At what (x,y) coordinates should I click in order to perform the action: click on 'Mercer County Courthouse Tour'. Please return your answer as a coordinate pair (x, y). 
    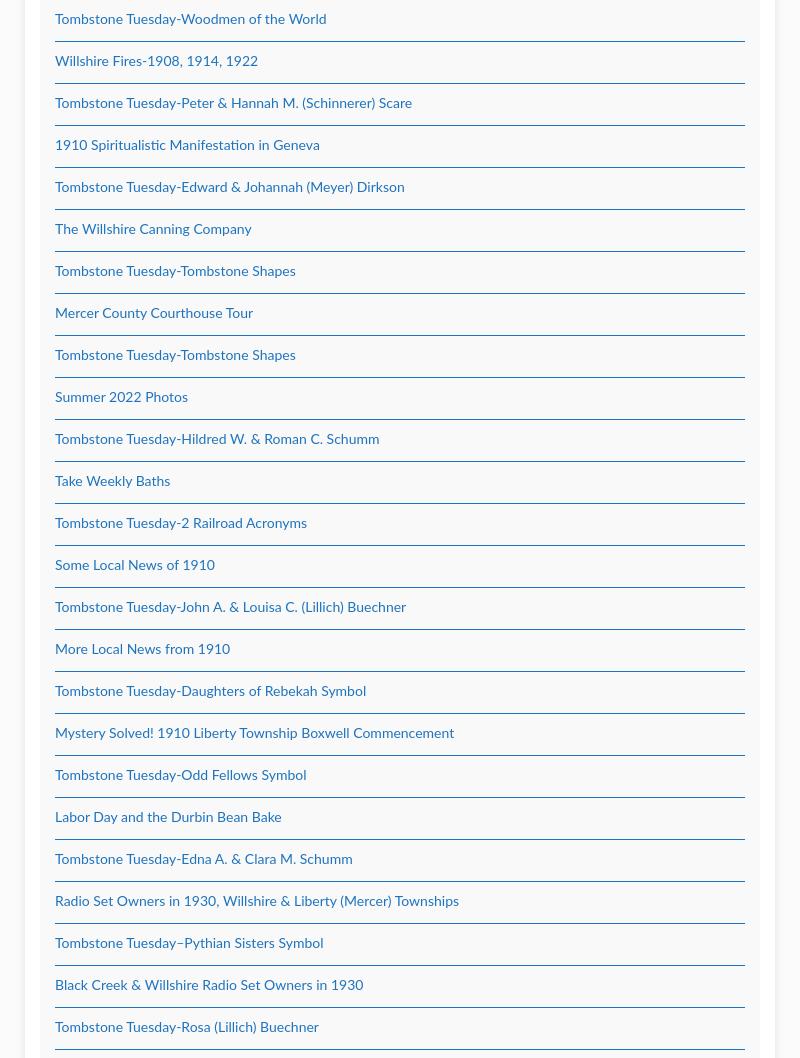
    Looking at the image, I should click on (54, 313).